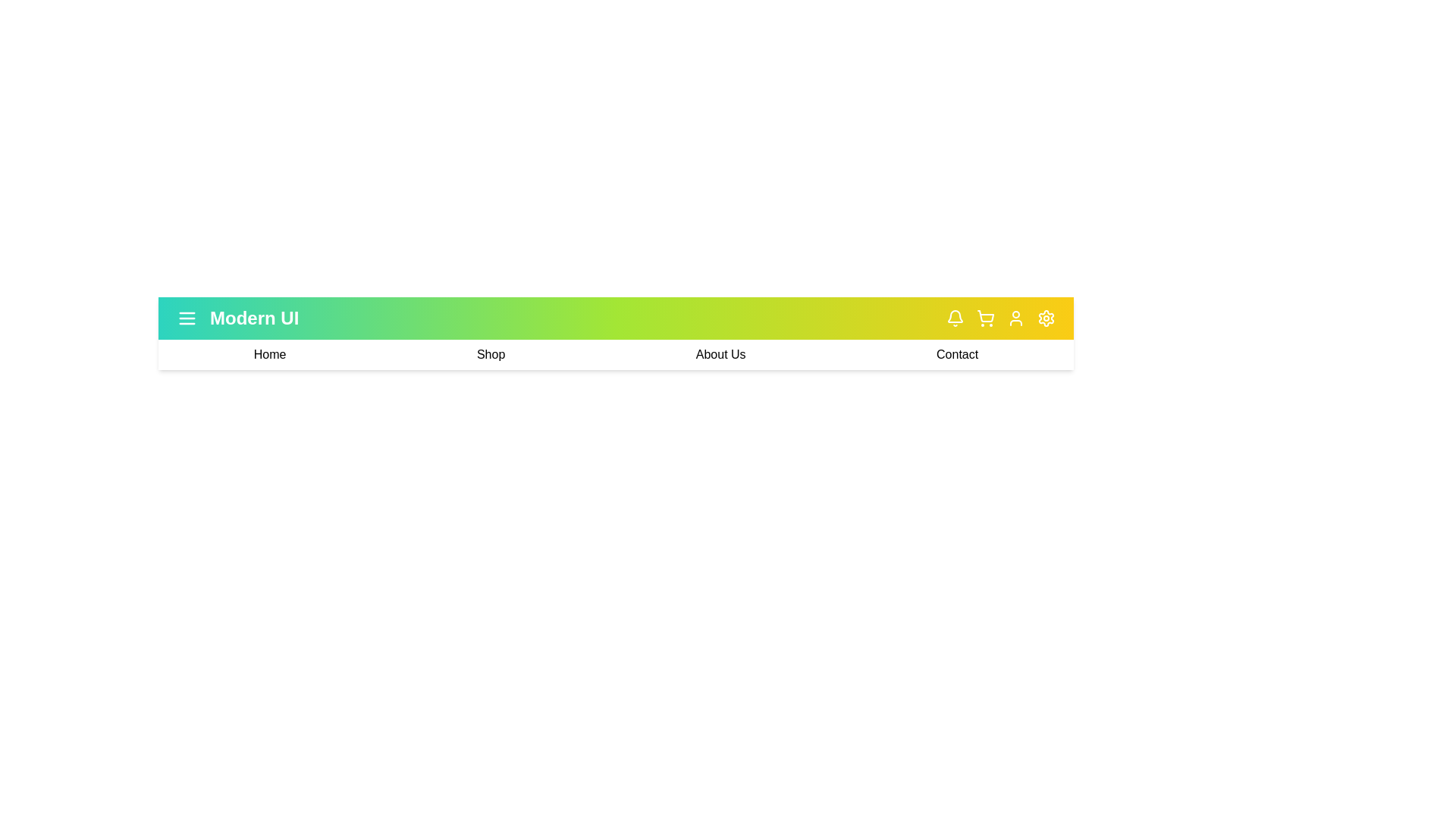  I want to click on the shopping cart icon, so click(986, 318).